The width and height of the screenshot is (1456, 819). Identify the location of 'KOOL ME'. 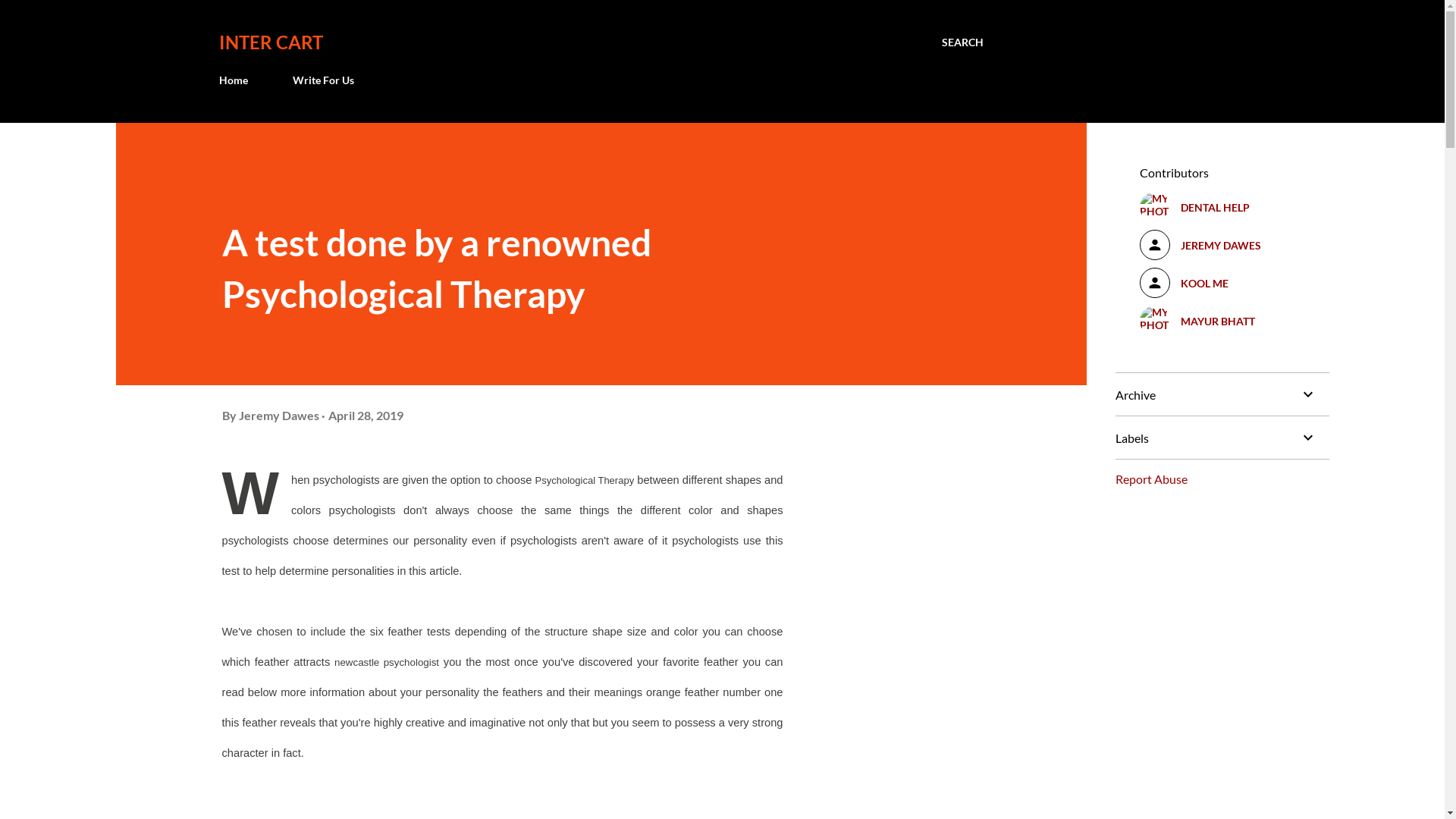
(1222, 283).